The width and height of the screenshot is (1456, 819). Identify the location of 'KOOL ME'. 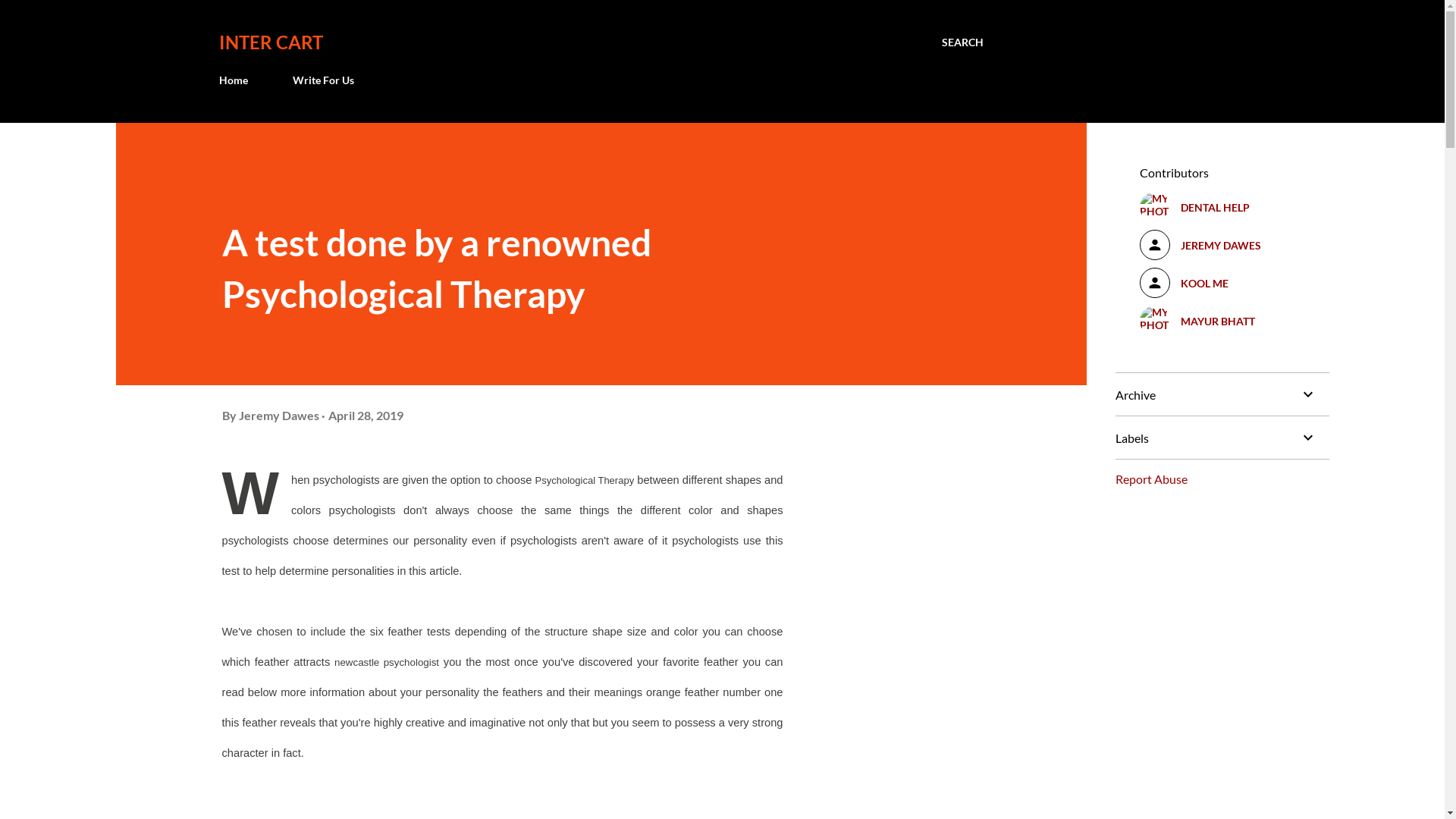
(1222, 283).